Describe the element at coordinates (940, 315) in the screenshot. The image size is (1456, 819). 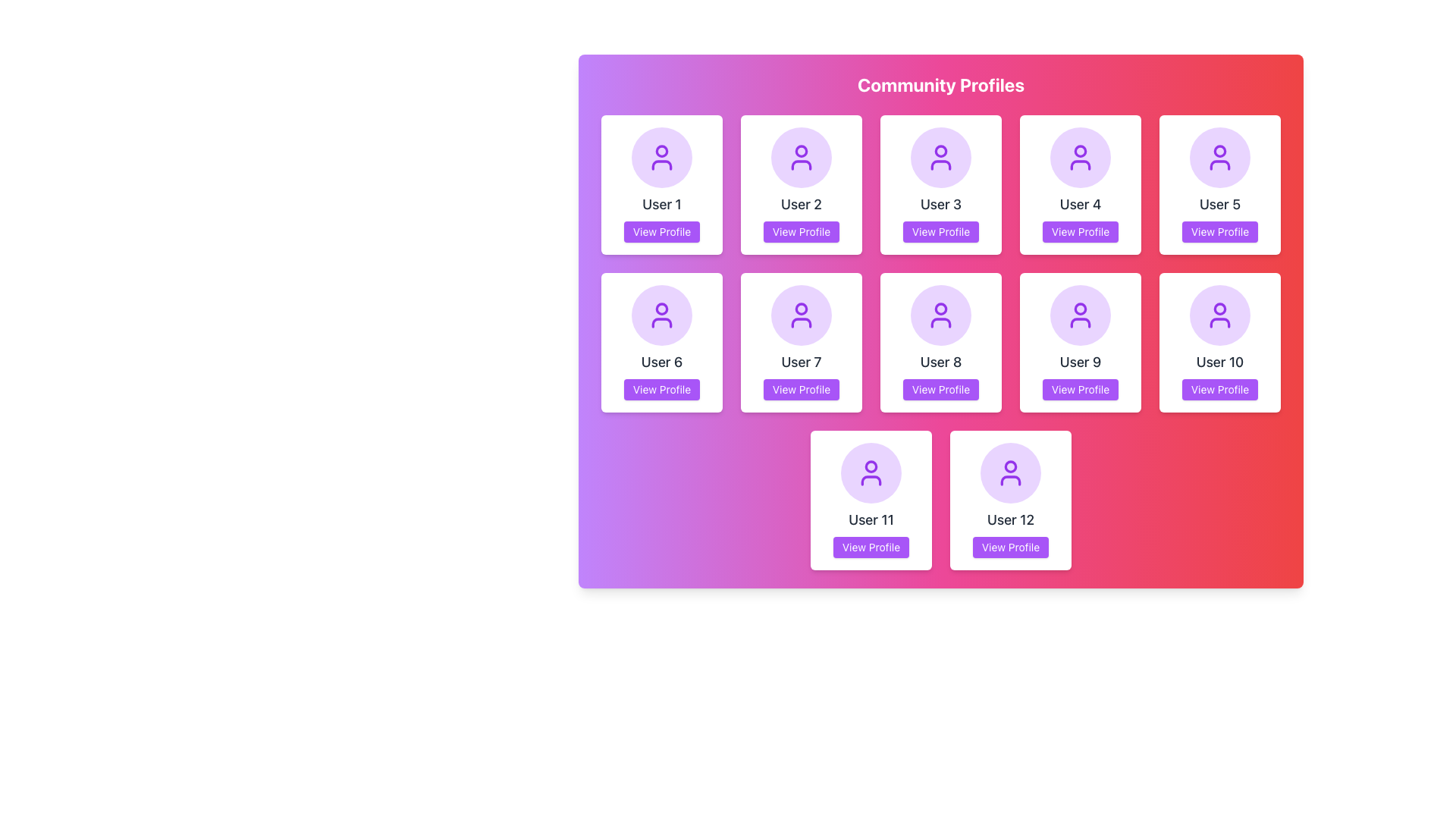
I see `the user icon in the 'User 8' profile card, located in the third row and second column of the grid layout` at that location.